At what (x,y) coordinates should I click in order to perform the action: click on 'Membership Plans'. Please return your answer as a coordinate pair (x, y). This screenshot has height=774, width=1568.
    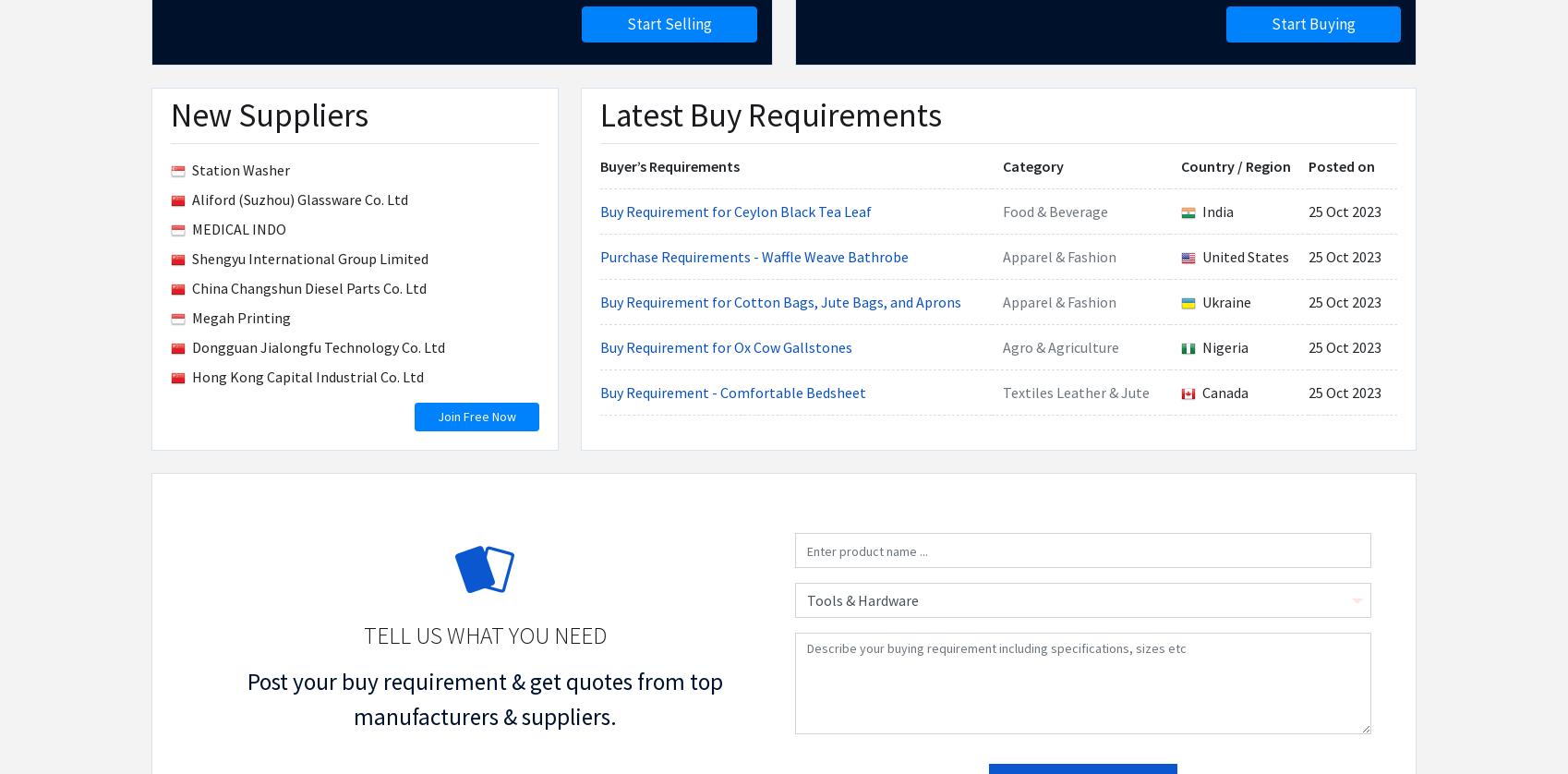
    Looking at the image, I should click on (199, 40).